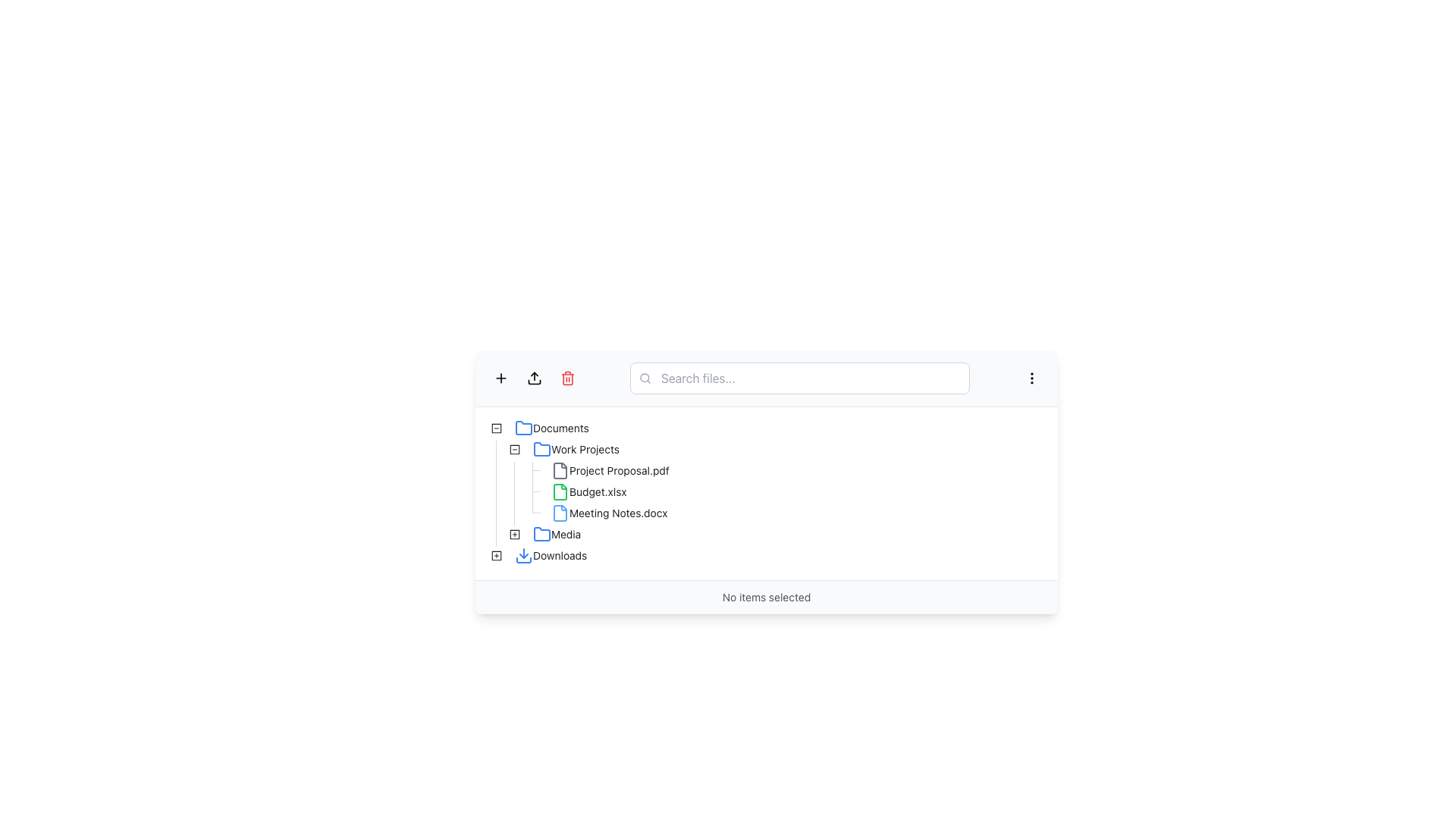  I want to click on the small blue document file icon located immediately to the left of the text 'Meeting Notes.docx', so click(560, 513).